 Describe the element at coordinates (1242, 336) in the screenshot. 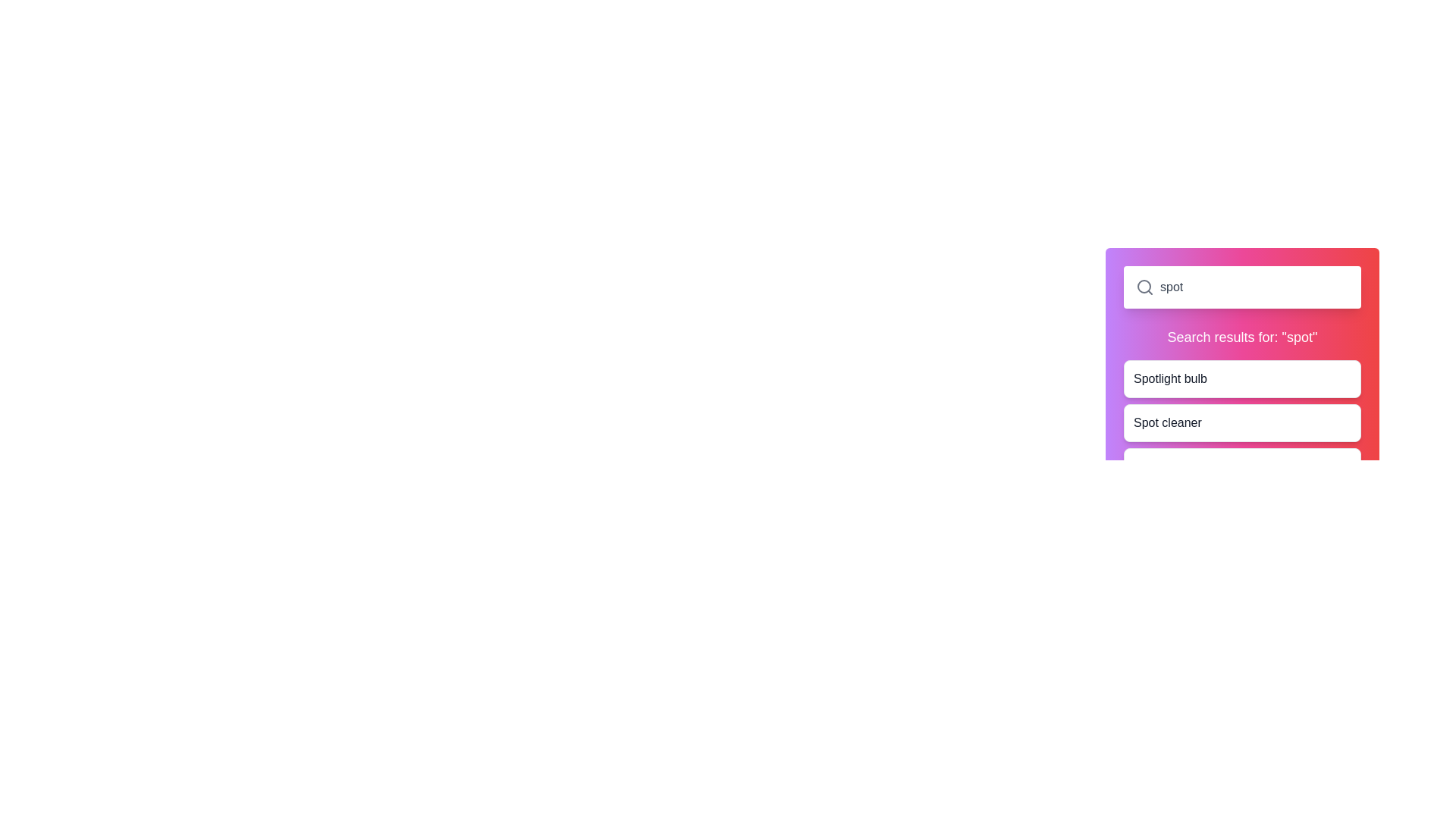

I see `the Text Label displaying 'Search results for: "spot"' which is centrally located below the search input box and above the list of search results` at that location.